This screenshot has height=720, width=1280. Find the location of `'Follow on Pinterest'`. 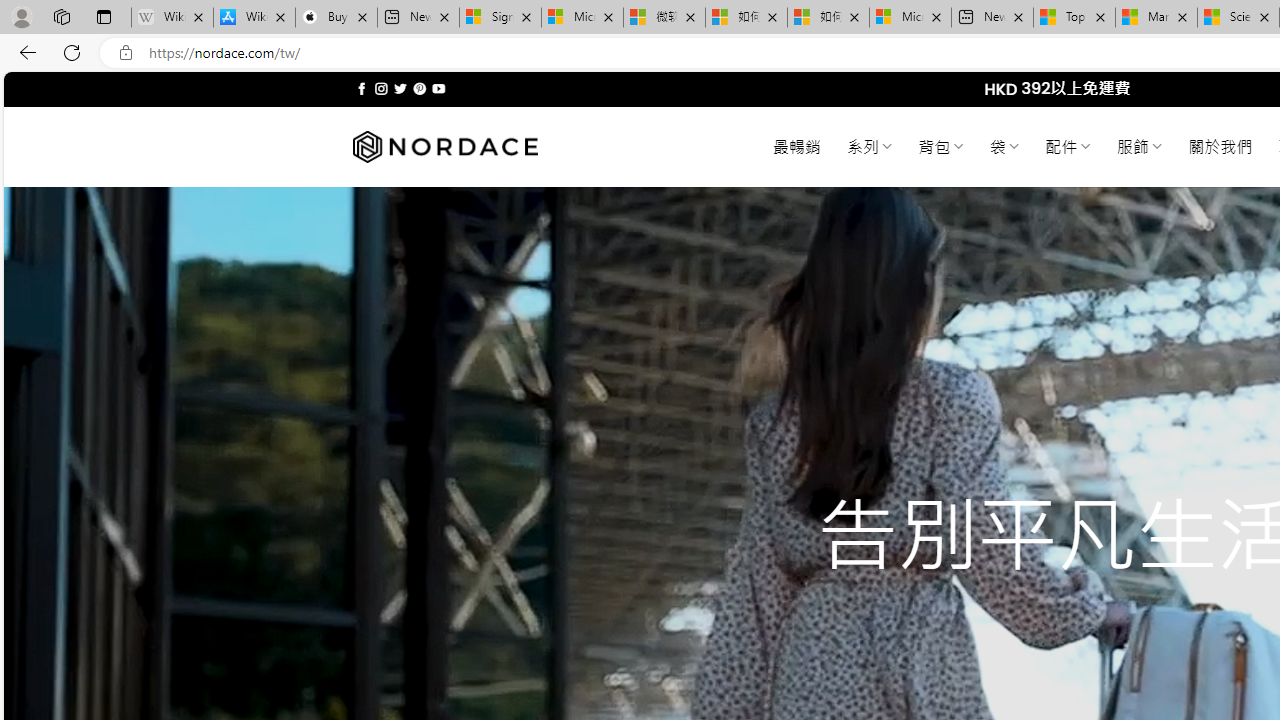

'Follow on Pinterest' is located at coordinates (418, 88).